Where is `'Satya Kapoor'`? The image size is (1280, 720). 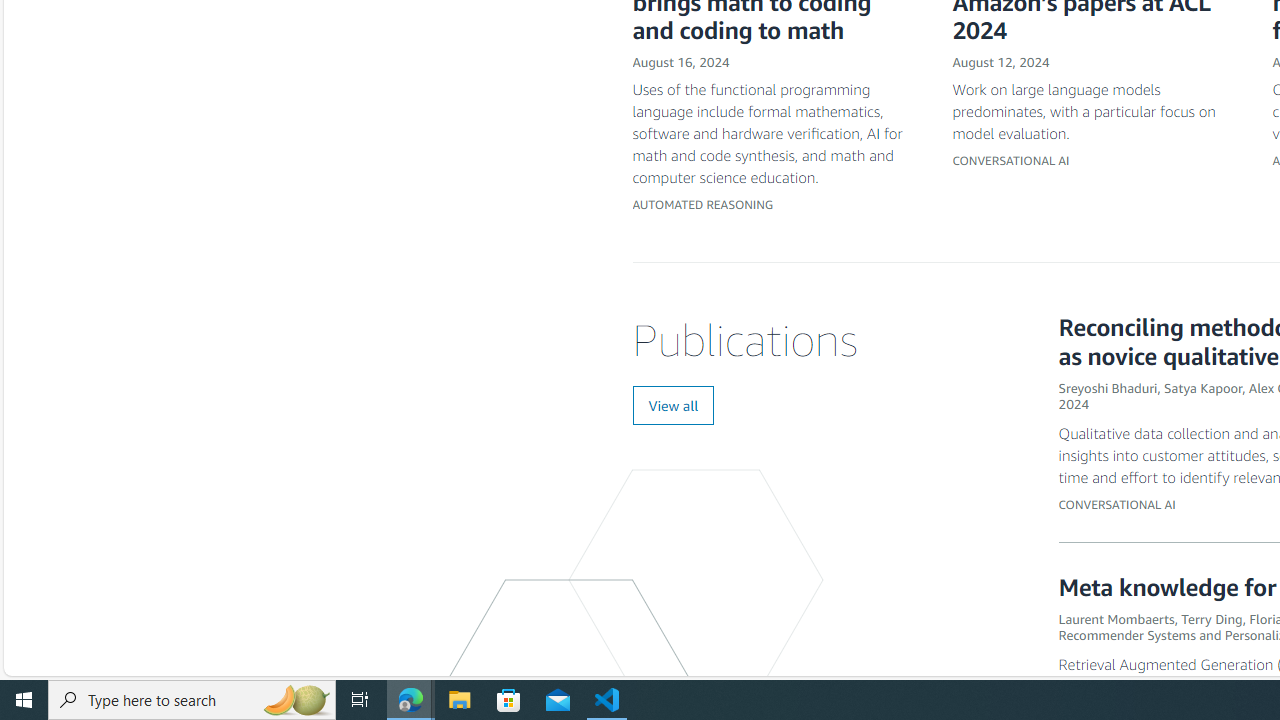
'Satya Kapoor' is located at coordinates (1202, 387).